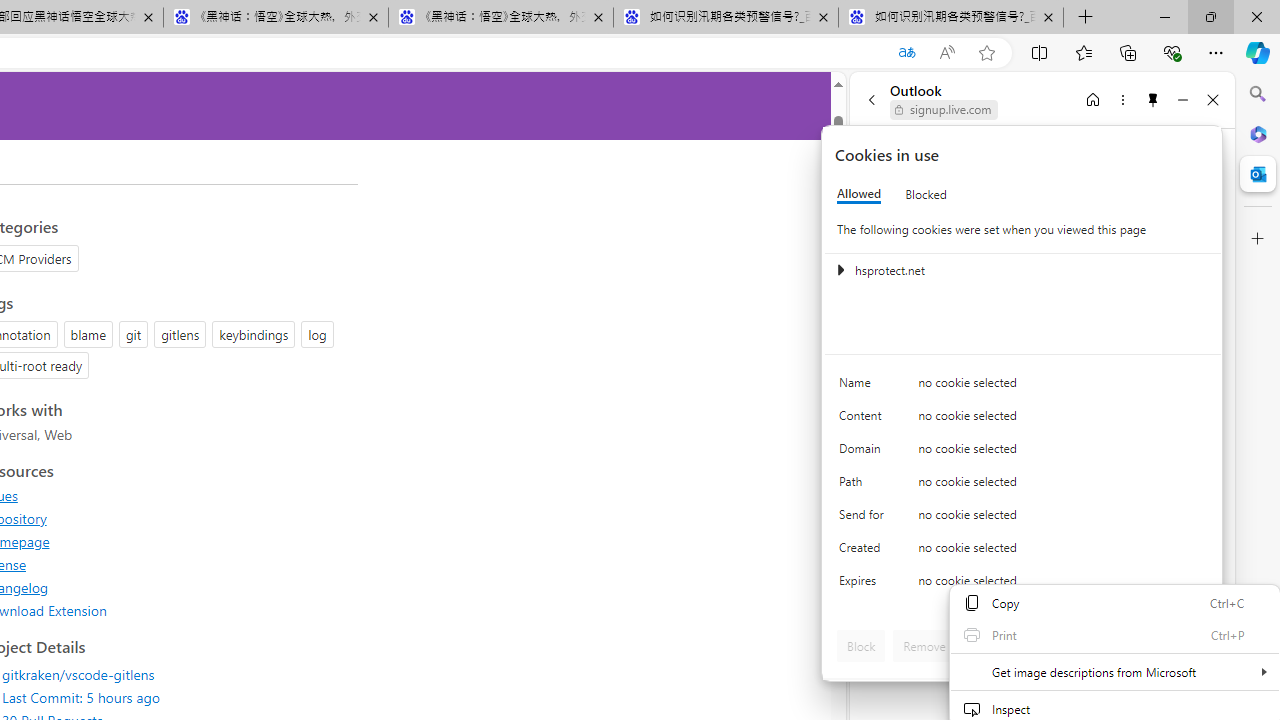 This screenshot has height=720, width=1280. Describe the element at coordinates (865, 419) in the screenshot. I see `'Content'` at that location.